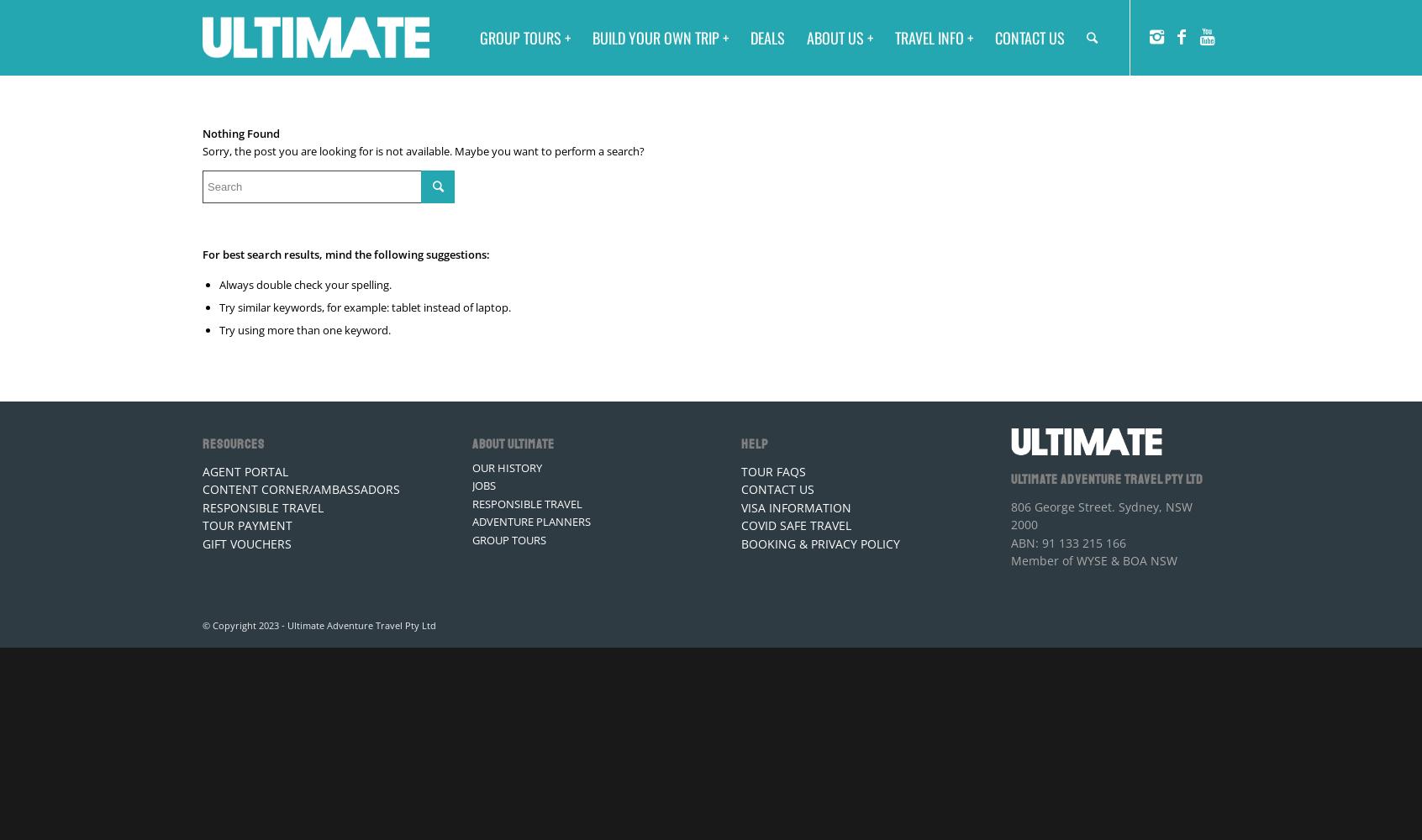 The width and height of the screenshot is (1422, 840). What do you see at coordinates (305, 283) in the screenshot?
I see `'Always double check your spelling.'` at bounding box center [305, 283].